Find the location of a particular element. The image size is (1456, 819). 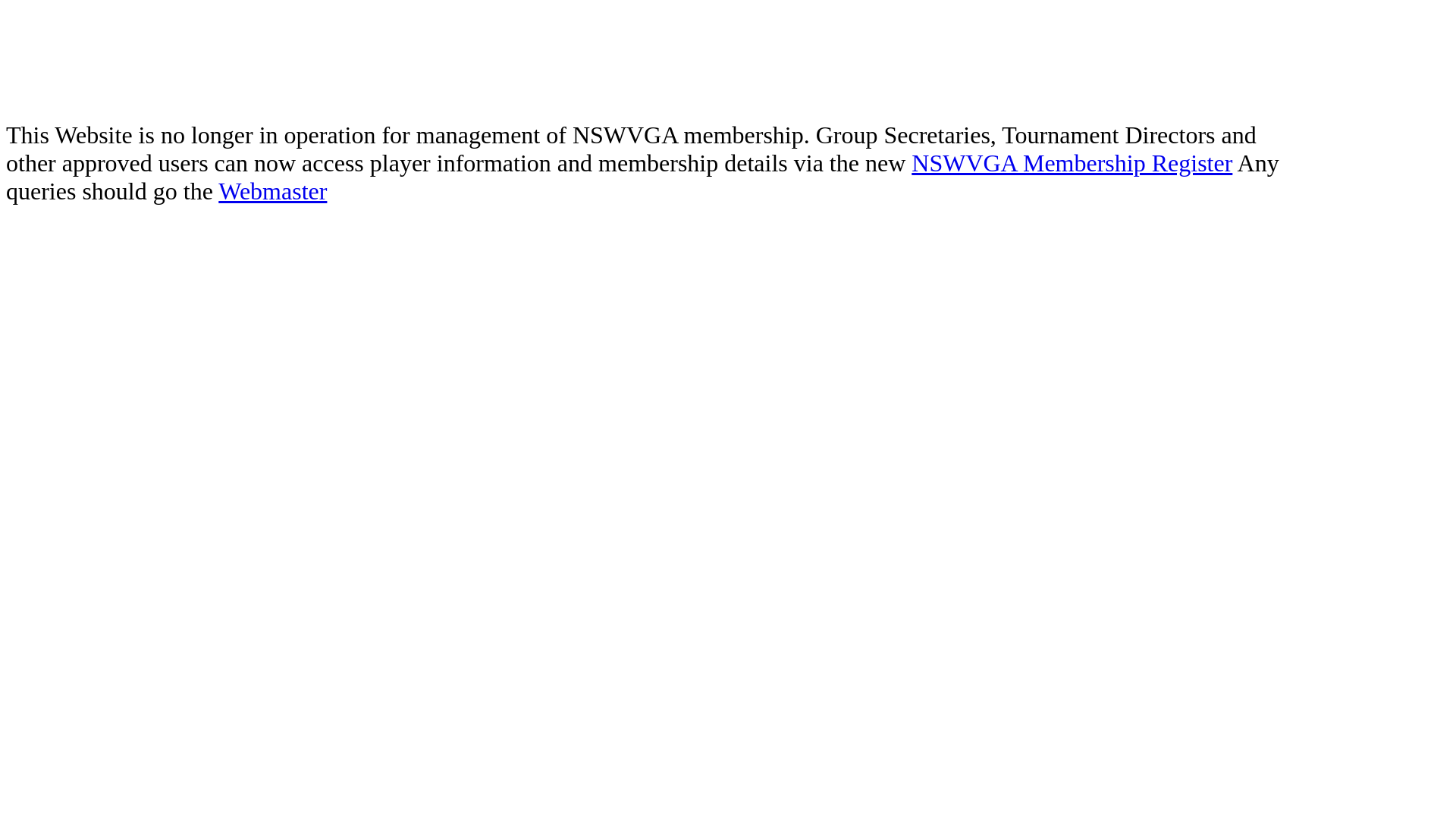

'Webmaster' is located at coordinates (272, 190).